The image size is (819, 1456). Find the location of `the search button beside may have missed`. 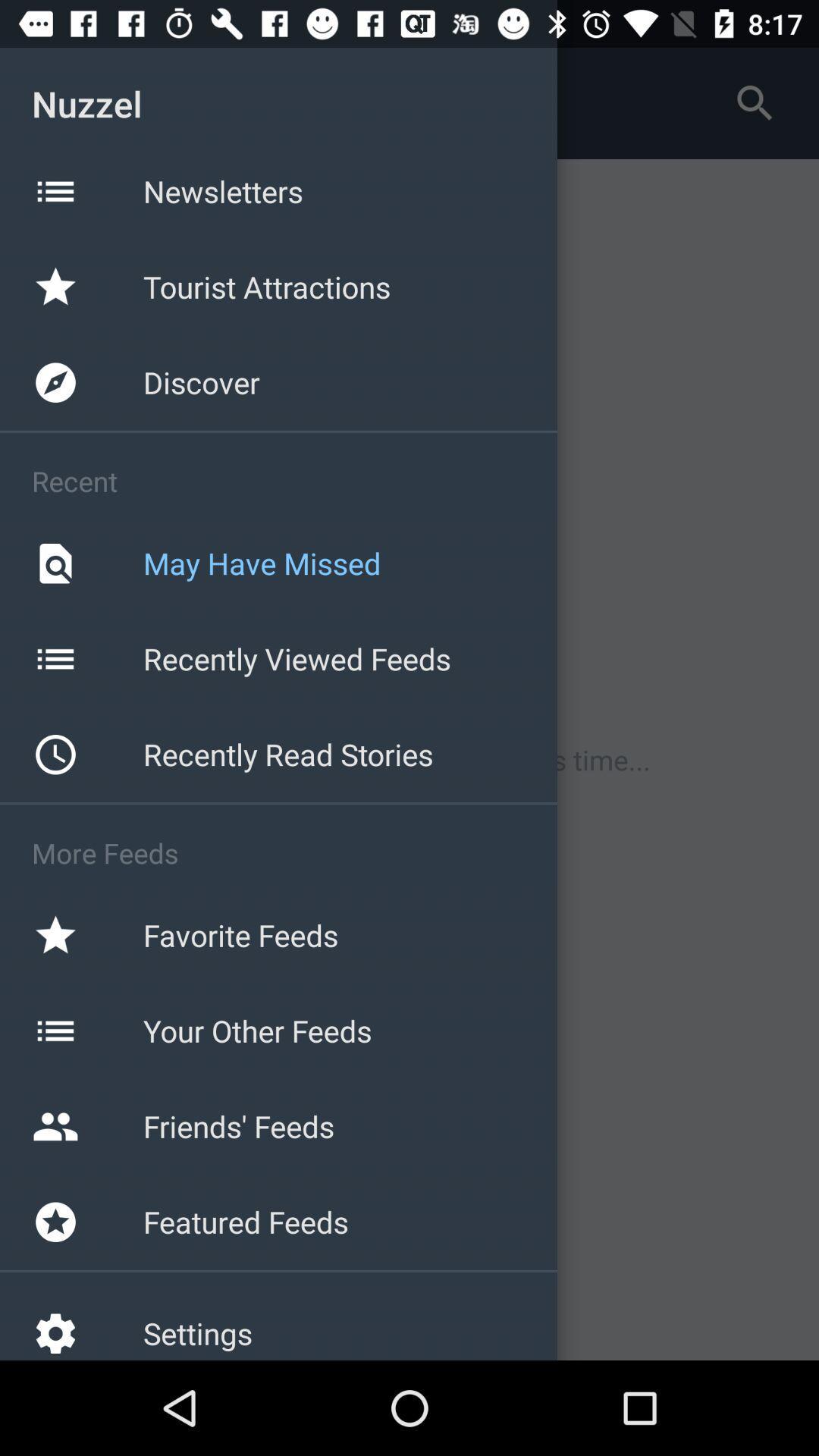

the search button beside may have missed is located at coordinates (55, 563).